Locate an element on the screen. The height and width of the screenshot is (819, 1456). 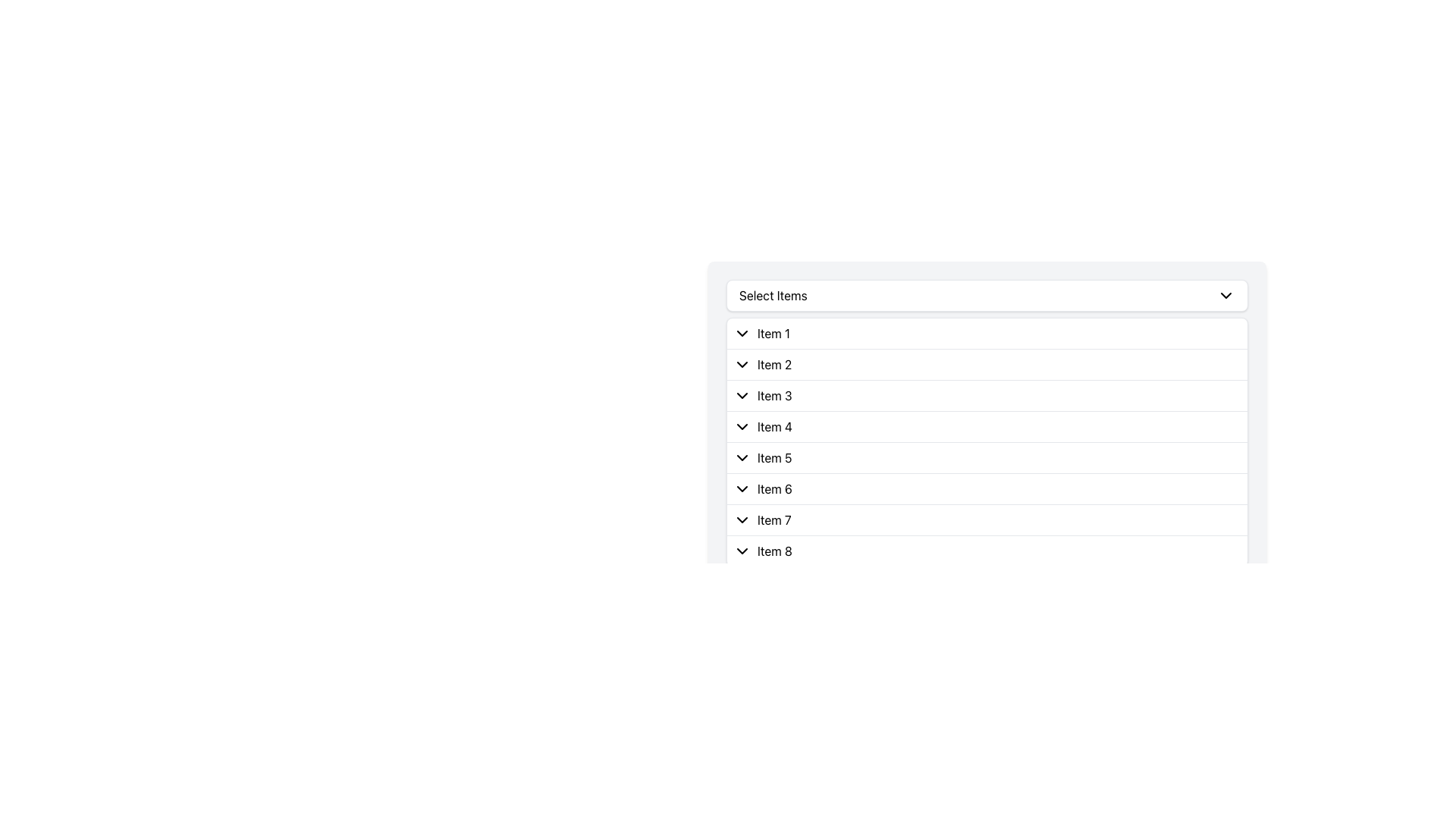
the downward-facing chevron icon located next to 'Item 6' in the sixth row is located at coordinates (742, 488).